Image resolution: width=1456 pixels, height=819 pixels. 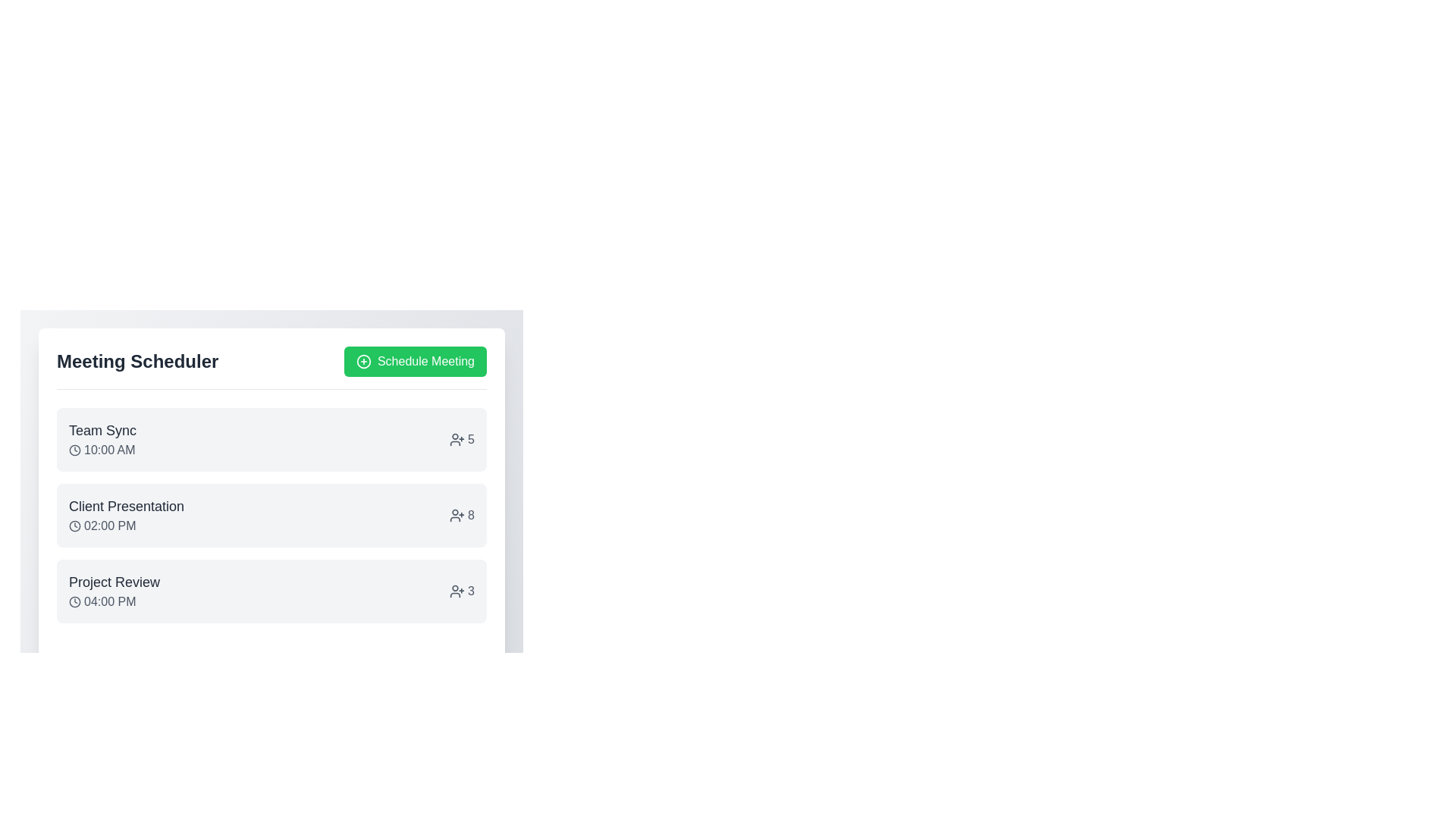 I want to click on the first card in the meeting scheduler component to inspect its details, so click(x=271, y=472).